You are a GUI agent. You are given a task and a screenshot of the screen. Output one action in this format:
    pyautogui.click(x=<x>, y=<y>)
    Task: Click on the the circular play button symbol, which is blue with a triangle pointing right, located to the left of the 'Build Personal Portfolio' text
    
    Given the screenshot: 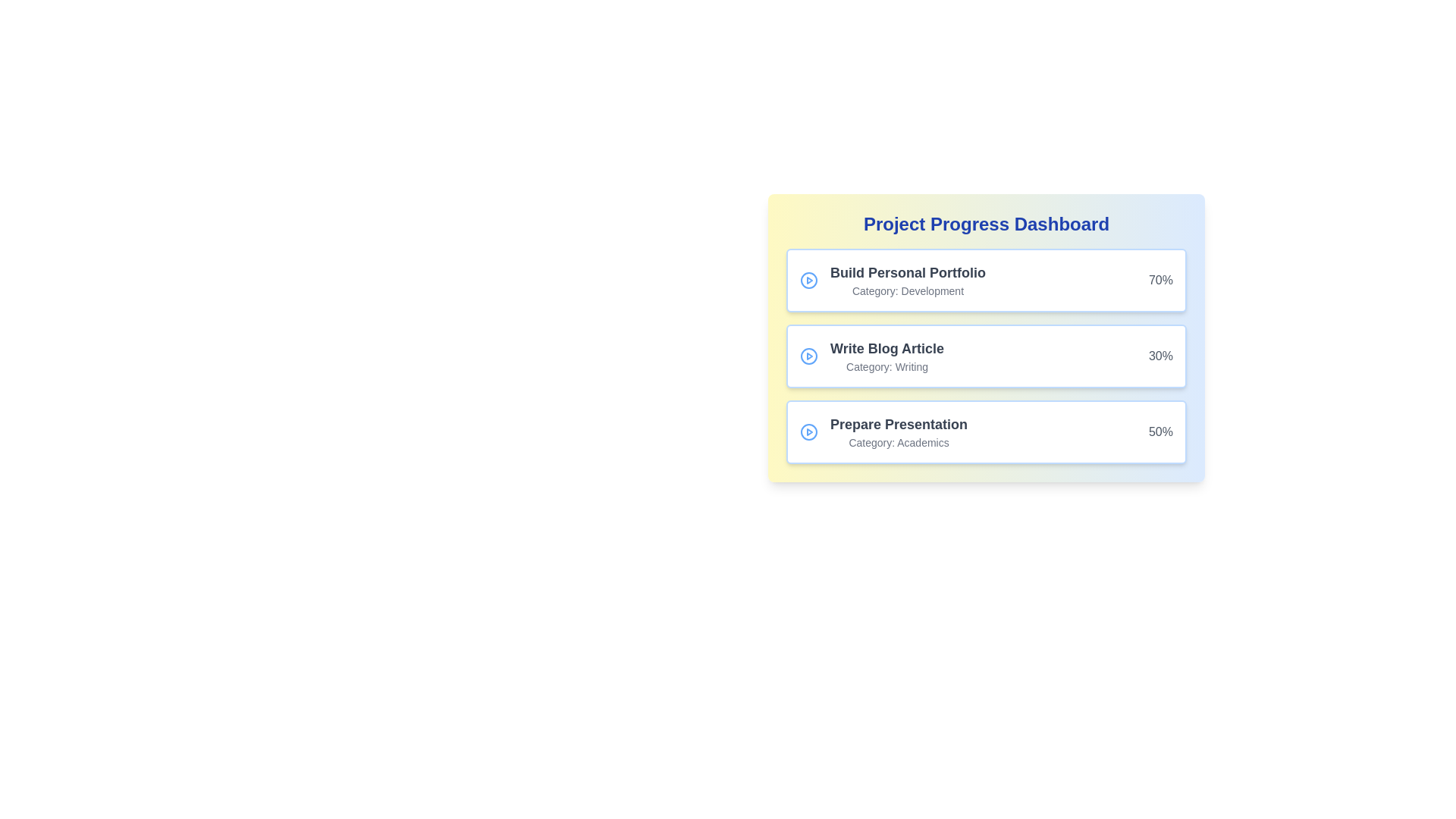 What is the action you would take?
    pyautogui.click(x=808, y=281)
    